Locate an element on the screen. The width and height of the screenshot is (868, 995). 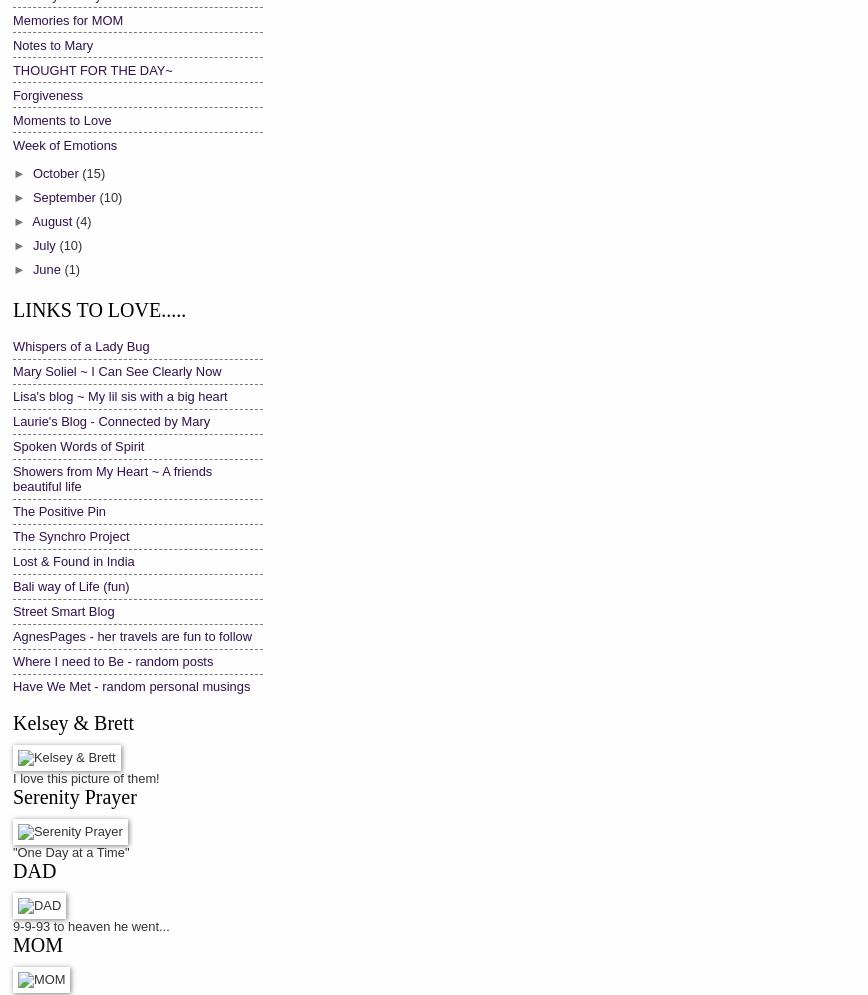
'Moments to Love' is located at coordinates (61, 118).